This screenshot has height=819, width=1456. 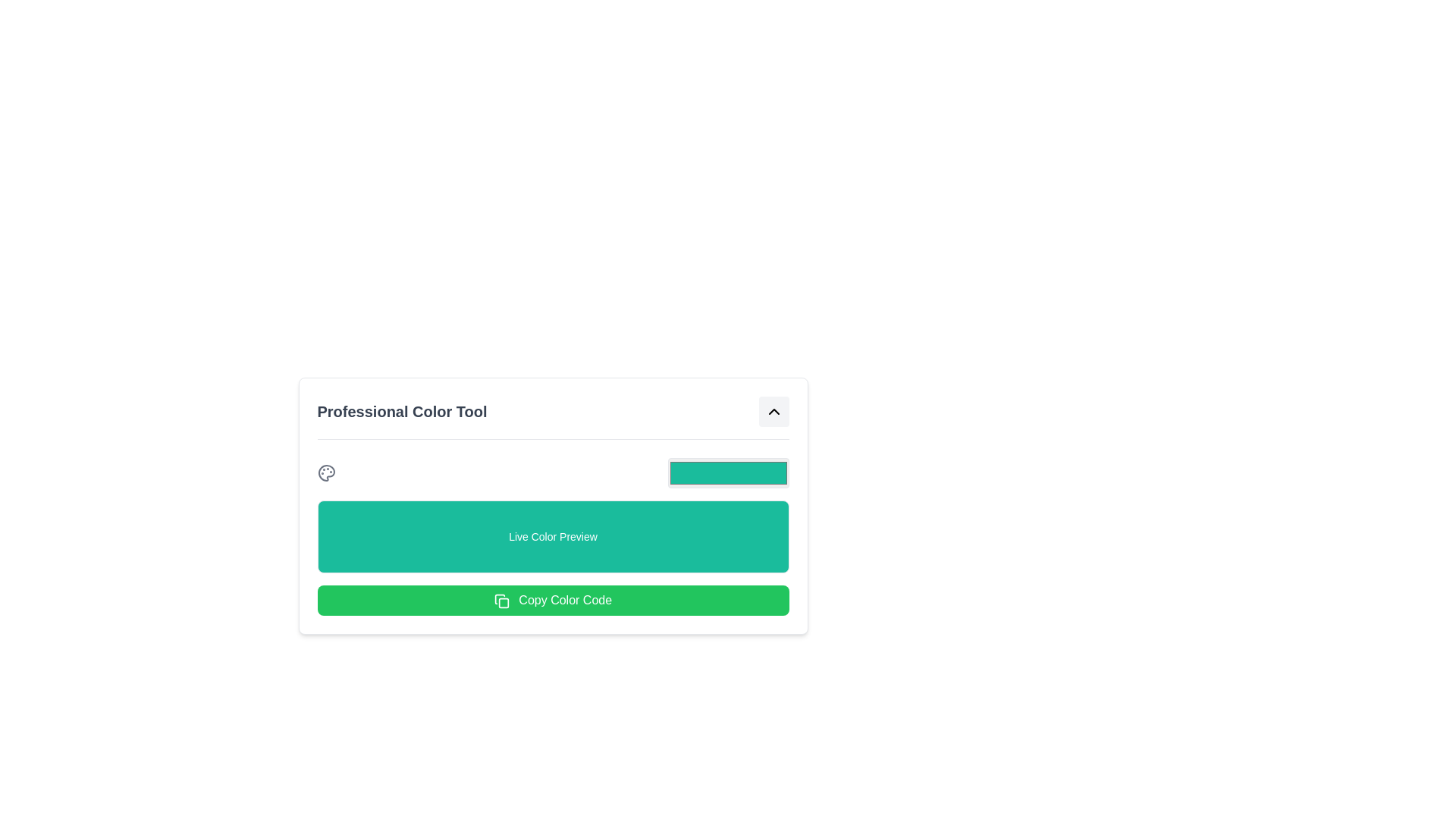 I want to click on the 'Copy Color Code' button, which contains a small icon resembling two overlapping rectangles, located at the bottom of the interface, so click(x=501, y=600).